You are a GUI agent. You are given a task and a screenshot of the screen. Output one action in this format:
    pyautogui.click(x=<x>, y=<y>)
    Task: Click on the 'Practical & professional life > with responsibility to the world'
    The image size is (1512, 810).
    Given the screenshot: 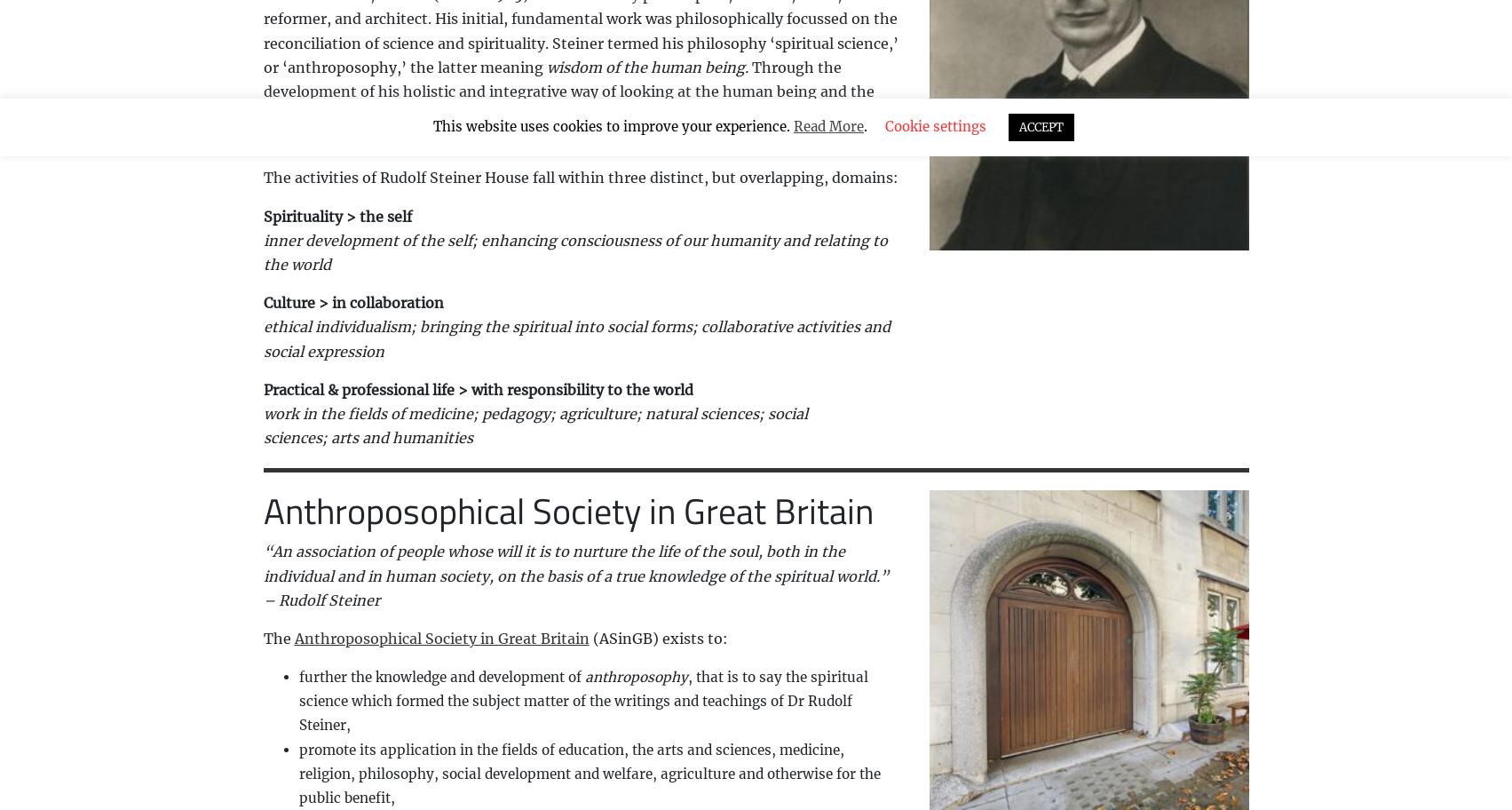 What is the action you would take?
    pyautogui.click(x=476, y=388)
    